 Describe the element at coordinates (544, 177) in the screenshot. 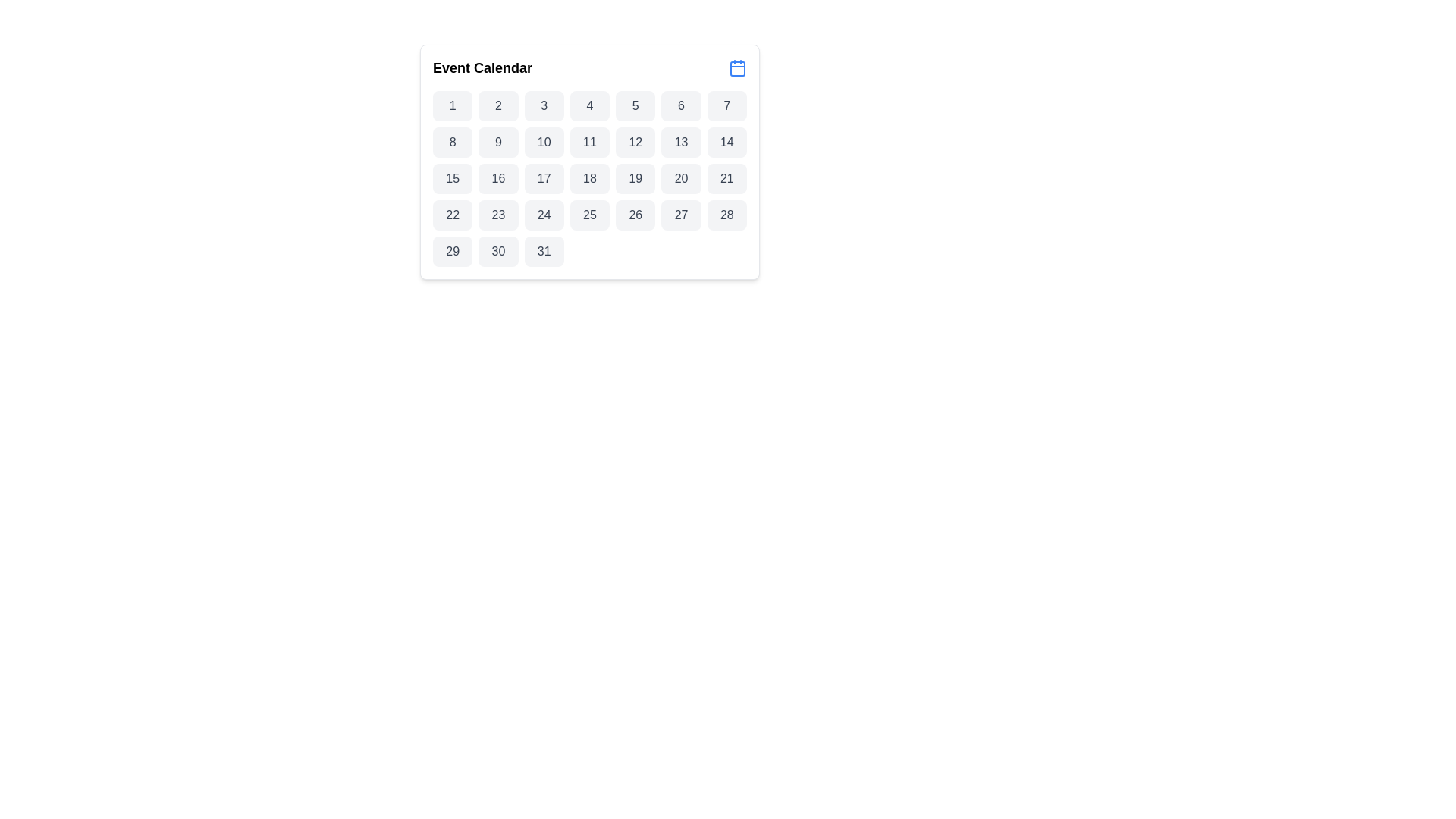

I see `the rounded rectangular button with the number '17' in dark gray text, located in the third row and fourth column of a 7-column grid layout` at that location.